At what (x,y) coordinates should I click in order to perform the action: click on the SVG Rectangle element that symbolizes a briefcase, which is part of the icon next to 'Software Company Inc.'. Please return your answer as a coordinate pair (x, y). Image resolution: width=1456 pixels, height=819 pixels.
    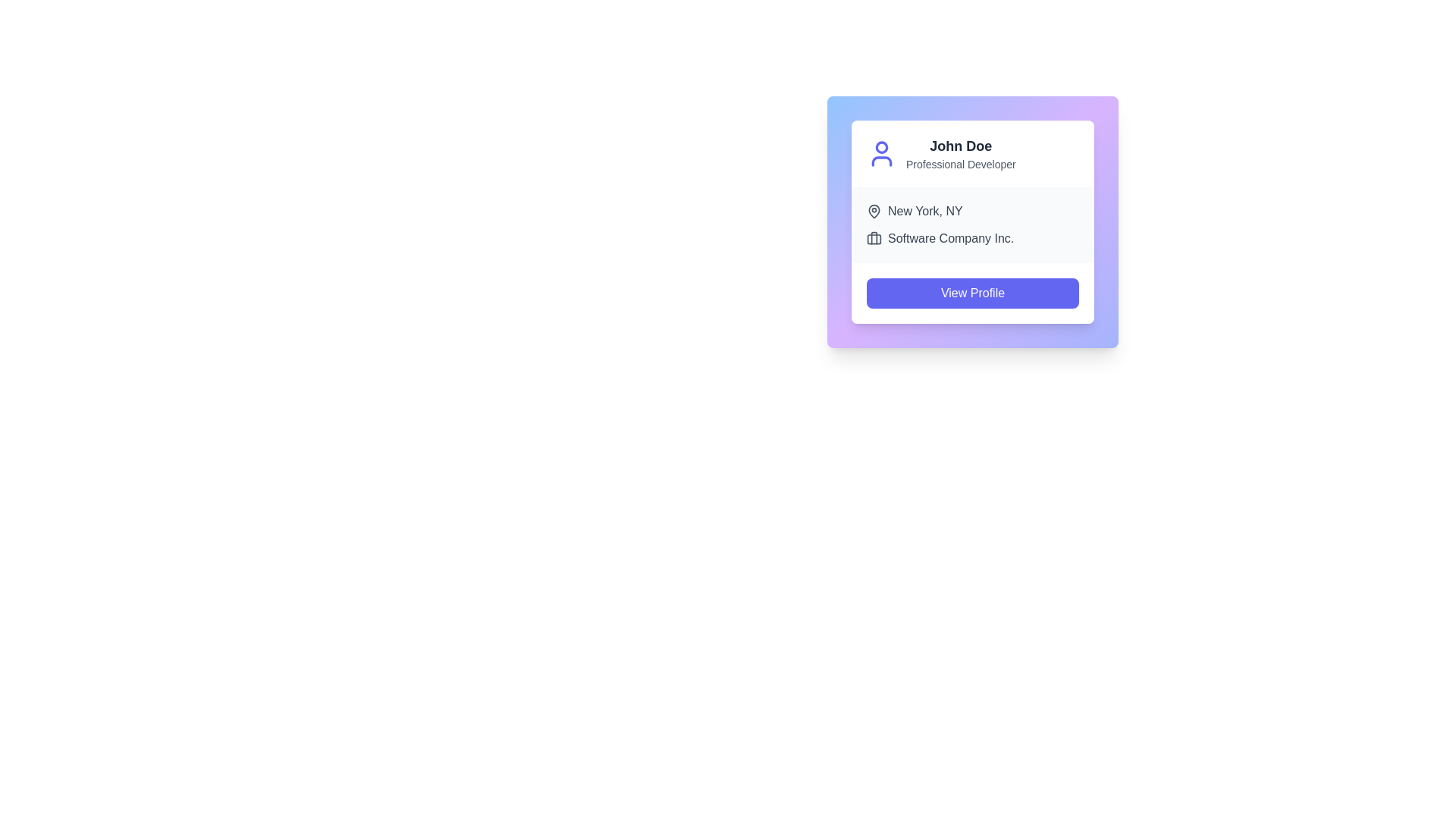
    Looking at the image, I should click on (874, 239).